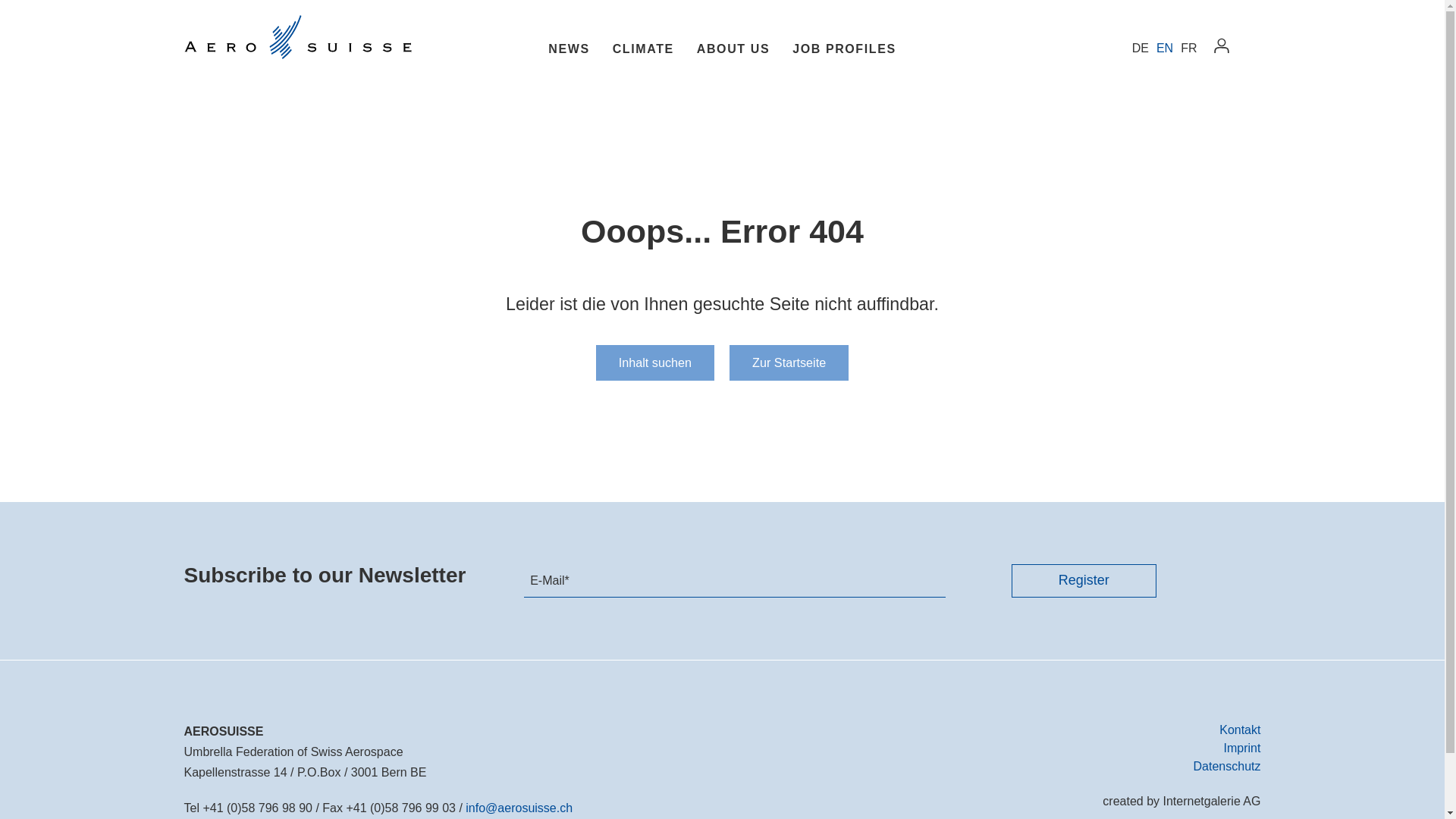  I want to click on 'created by Internetgalerie AG', so click(1103, 800).